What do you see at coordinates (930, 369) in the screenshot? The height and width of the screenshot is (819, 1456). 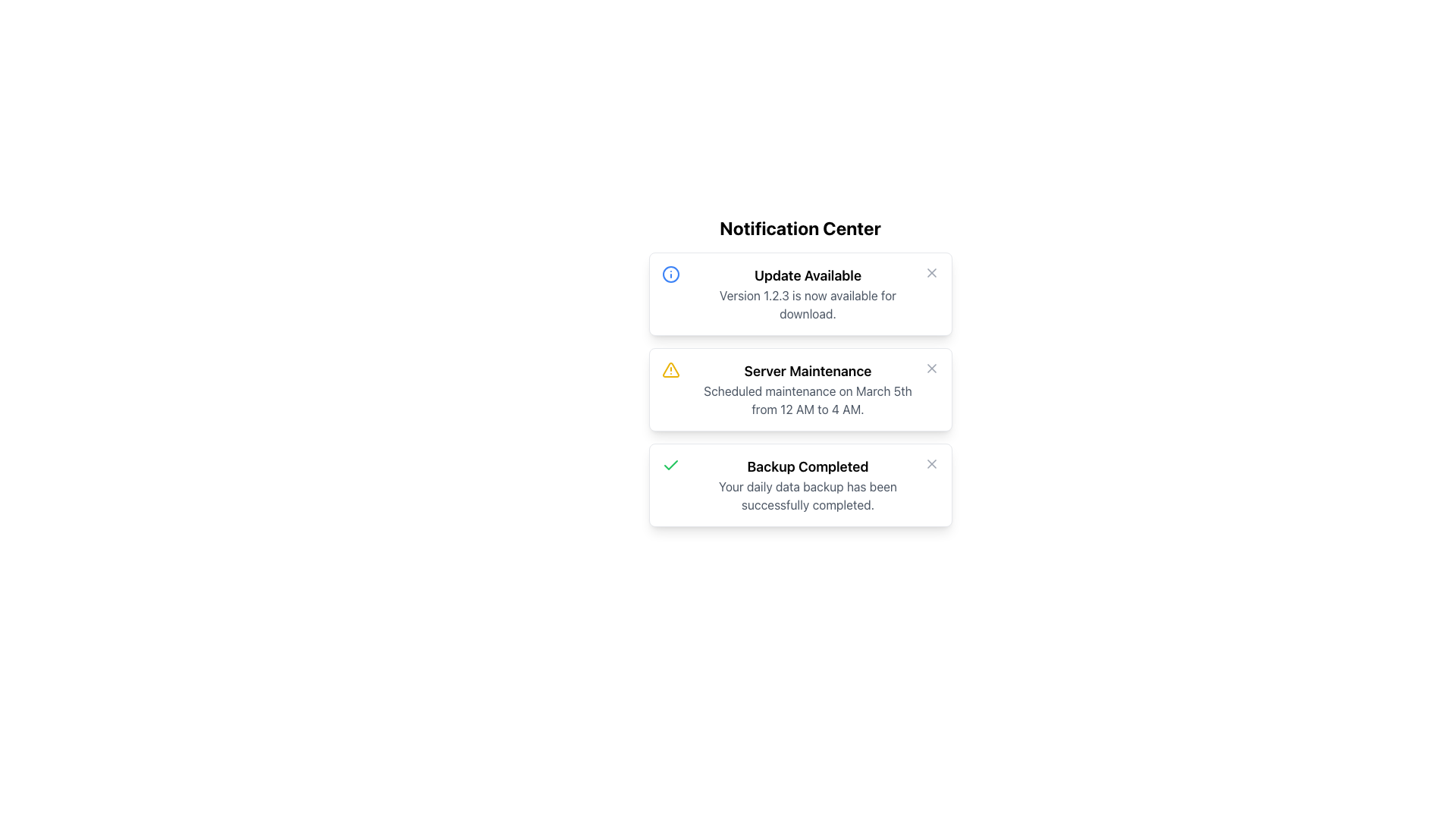 I see `the close button located in the top-right corner of the 'Server Maintenance' notification card` at bounding box center [930, 369].